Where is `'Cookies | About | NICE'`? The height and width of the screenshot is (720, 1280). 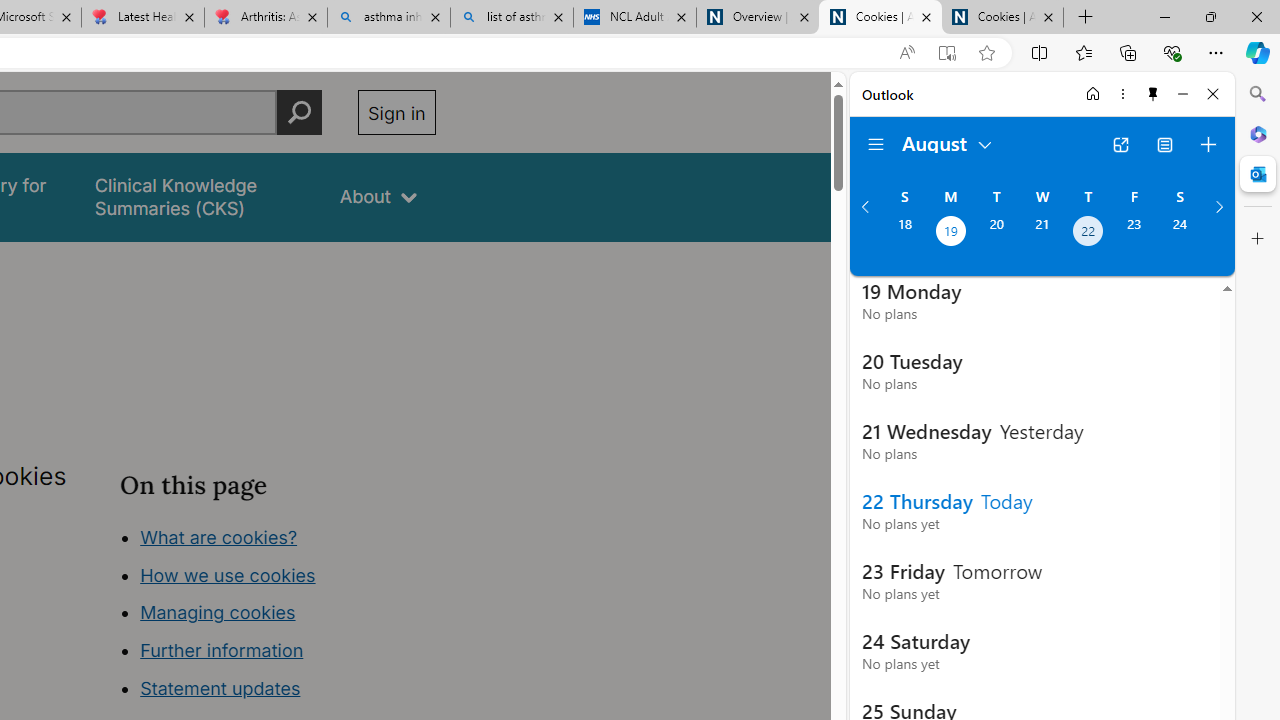
'Cookies | About | NICE' is located at coordinates (1002, 17).